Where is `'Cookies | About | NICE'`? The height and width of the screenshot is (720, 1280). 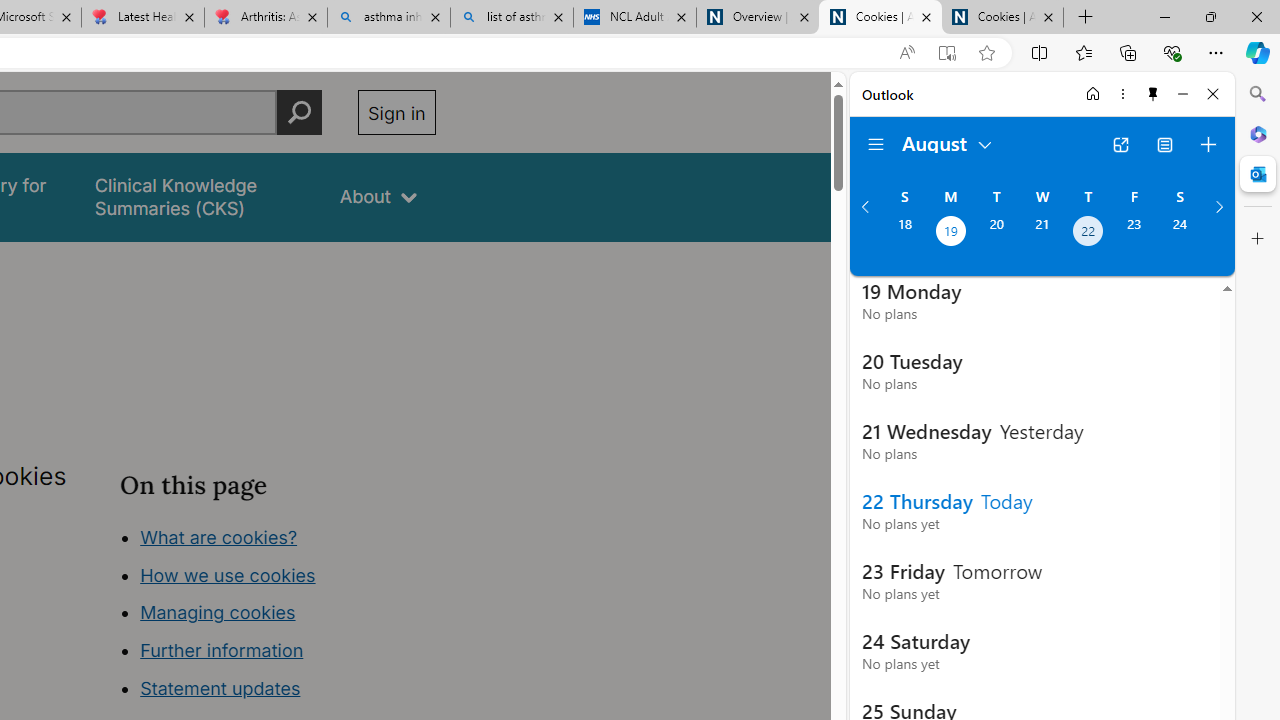
'Cookies | About | NICE' is located at coordinates (1002, 17).